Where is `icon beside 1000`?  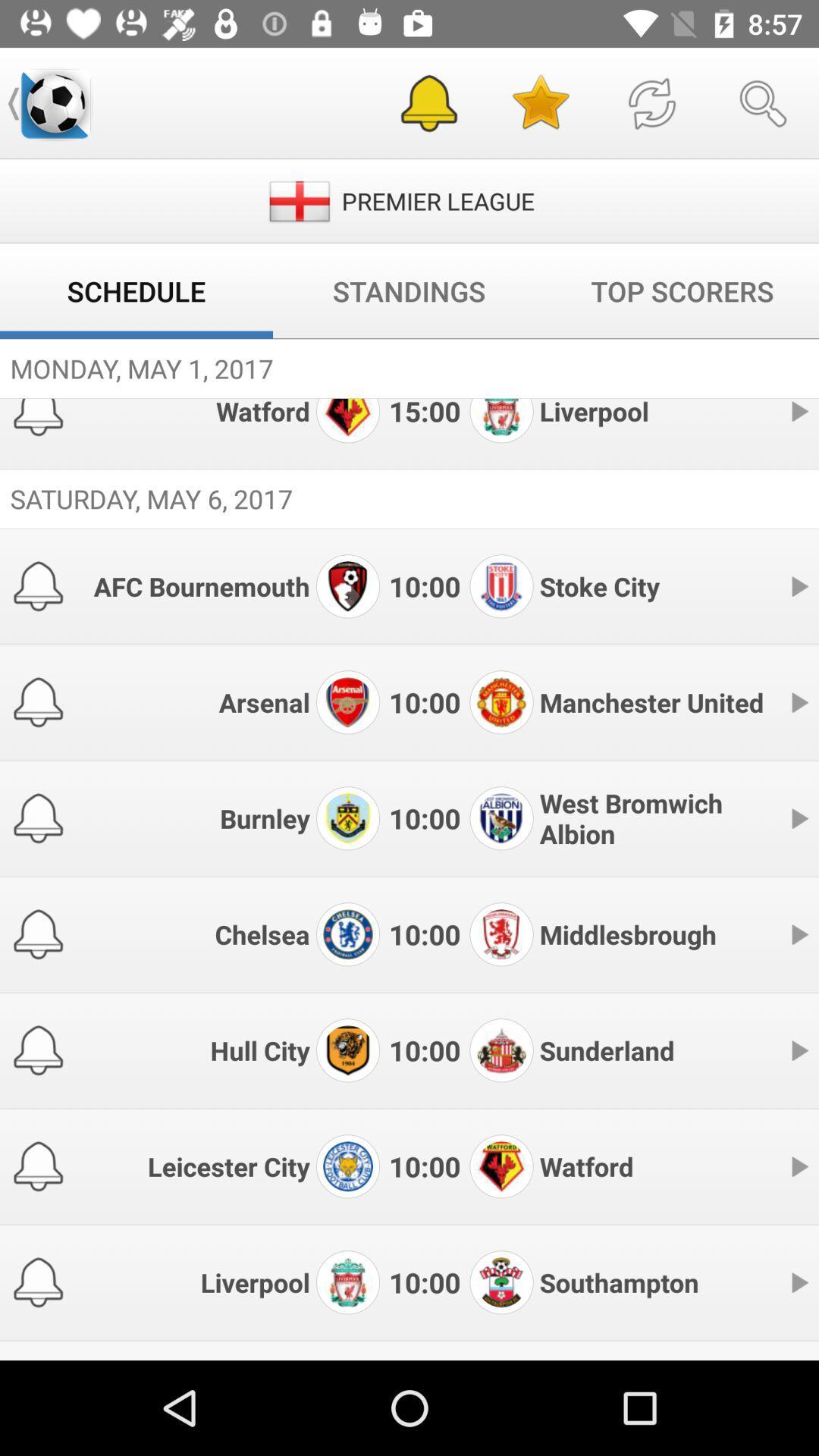 icon beside 1000 is located at coordinates (348, 585).